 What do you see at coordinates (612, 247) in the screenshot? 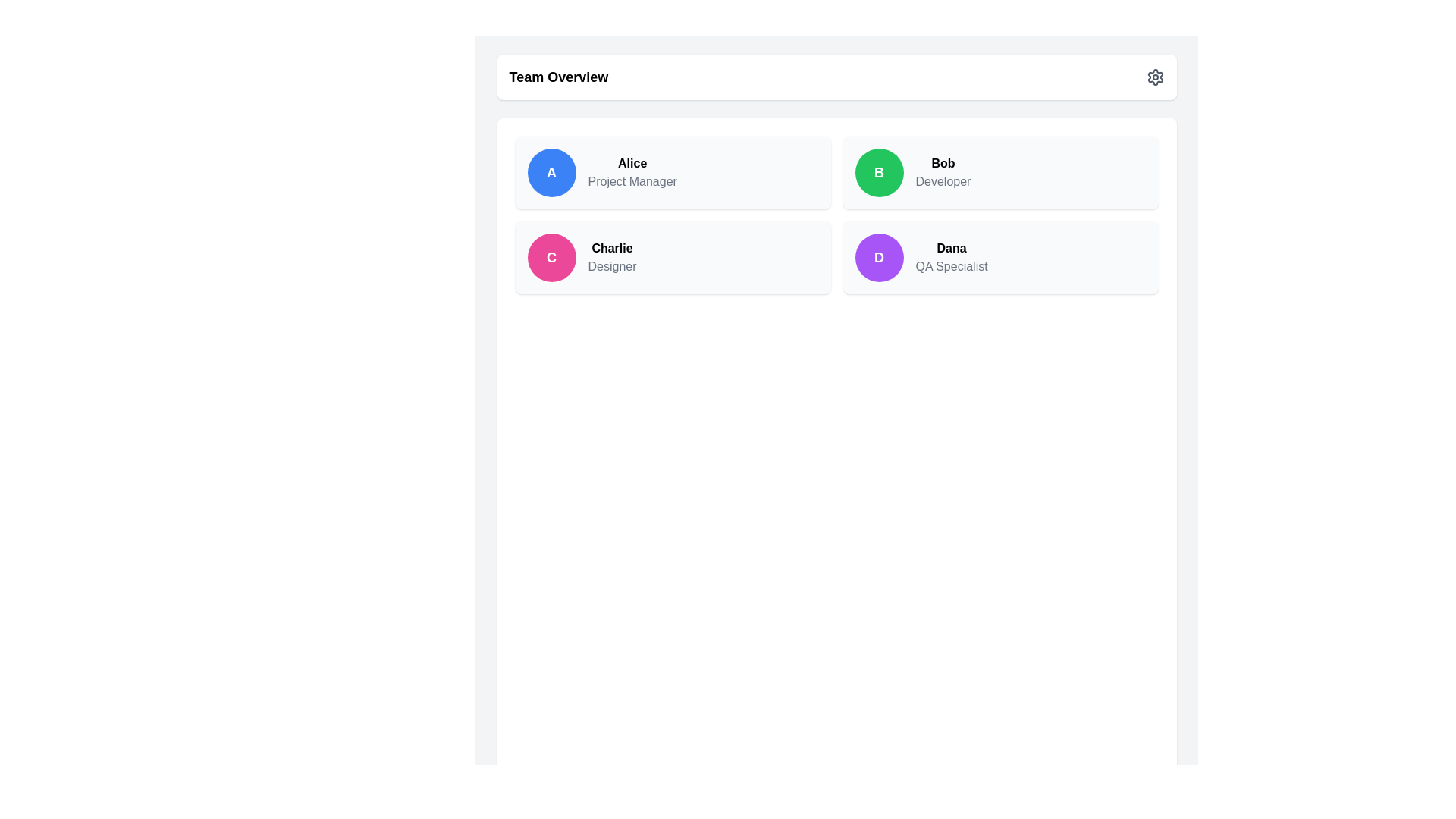
I see `text displayed in the bold label 'Charlie' located in the first column of the second row within the team member card layout` at bounding box center [612, 247].